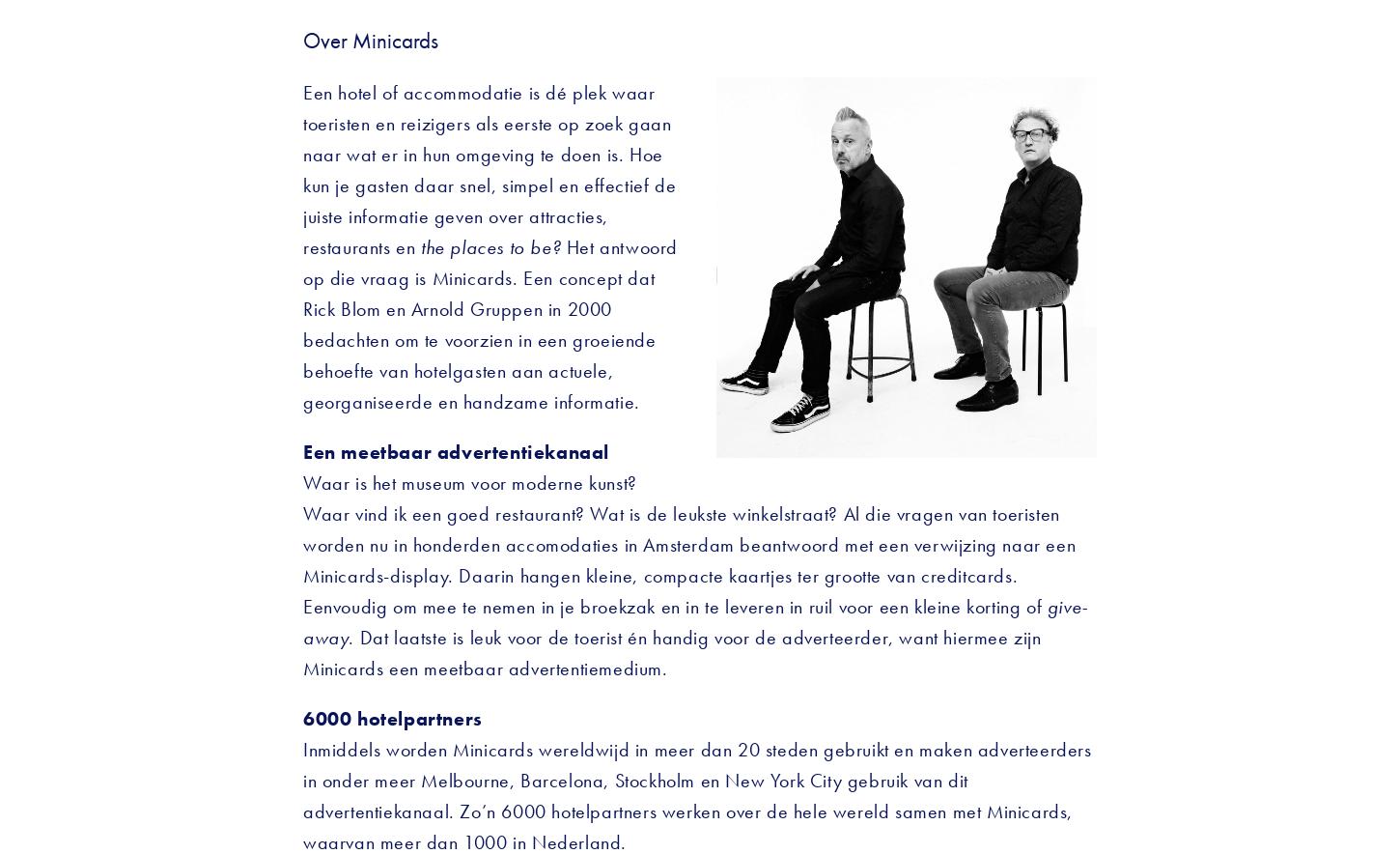 This screenshot has width=1400, height=854. I want to click on 'Het antwoord op die vraag is Minicards. Een concept dat Rick Blom en Arnold Gruppen in 2000 bedachten om te voorzien in een groeiende behoefte van hotelgasten aan actuele, georganiseerde en handzame informatie.', so click(303, 323).